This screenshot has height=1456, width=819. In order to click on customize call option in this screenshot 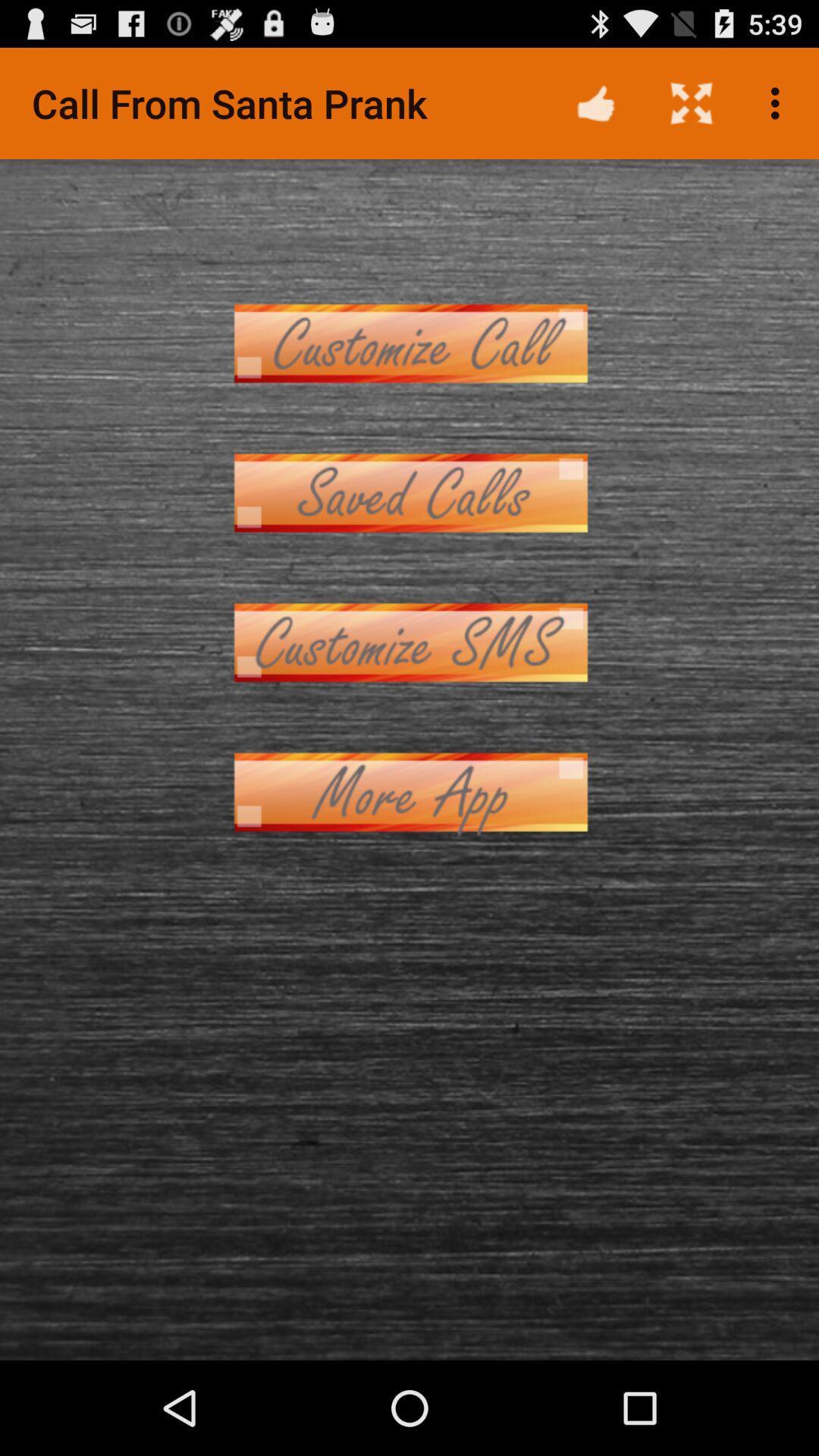, I will do `click(409, 342)`.